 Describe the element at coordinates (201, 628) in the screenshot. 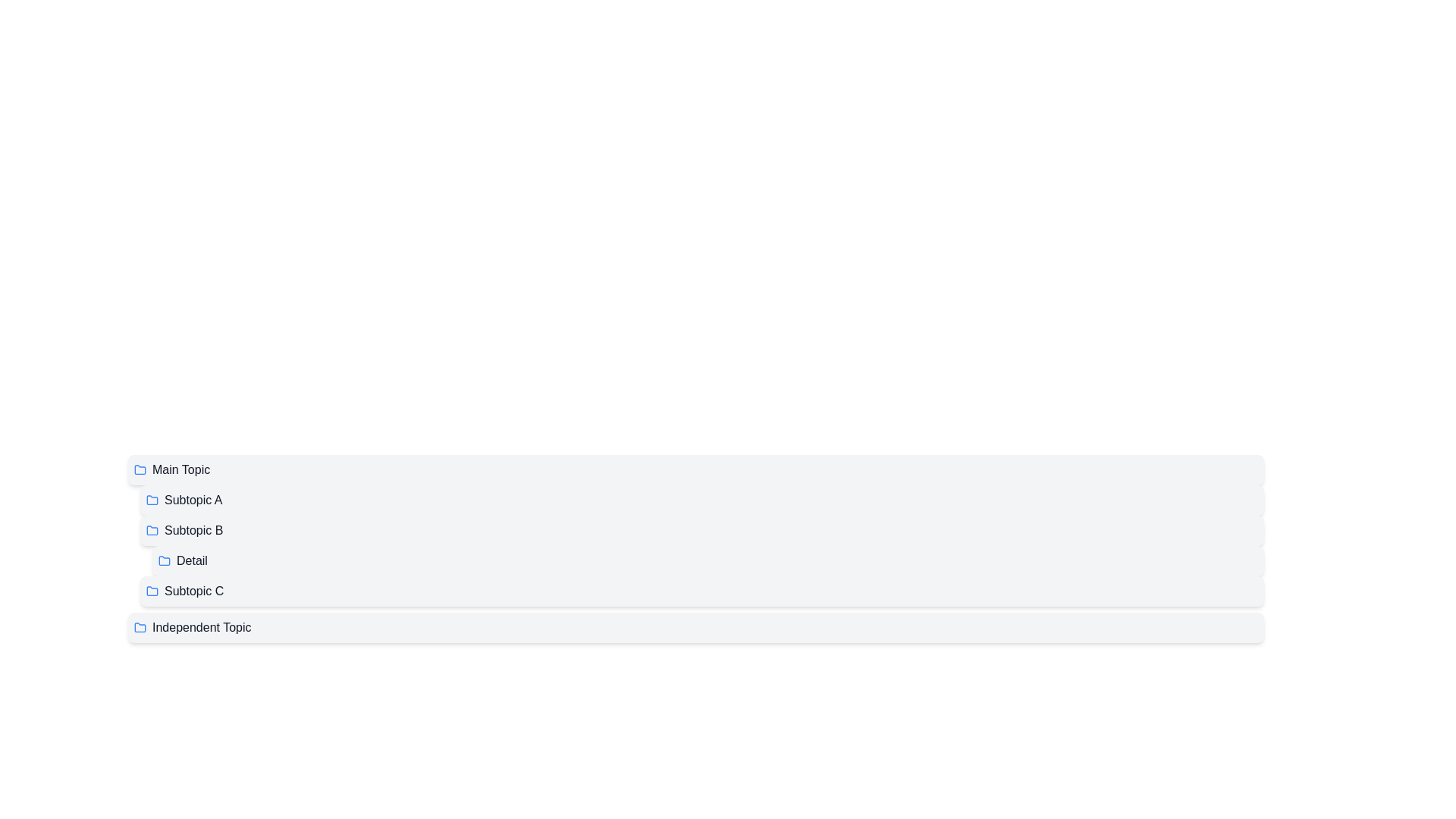

I see `the text label 'Independent Topic'` at that location.